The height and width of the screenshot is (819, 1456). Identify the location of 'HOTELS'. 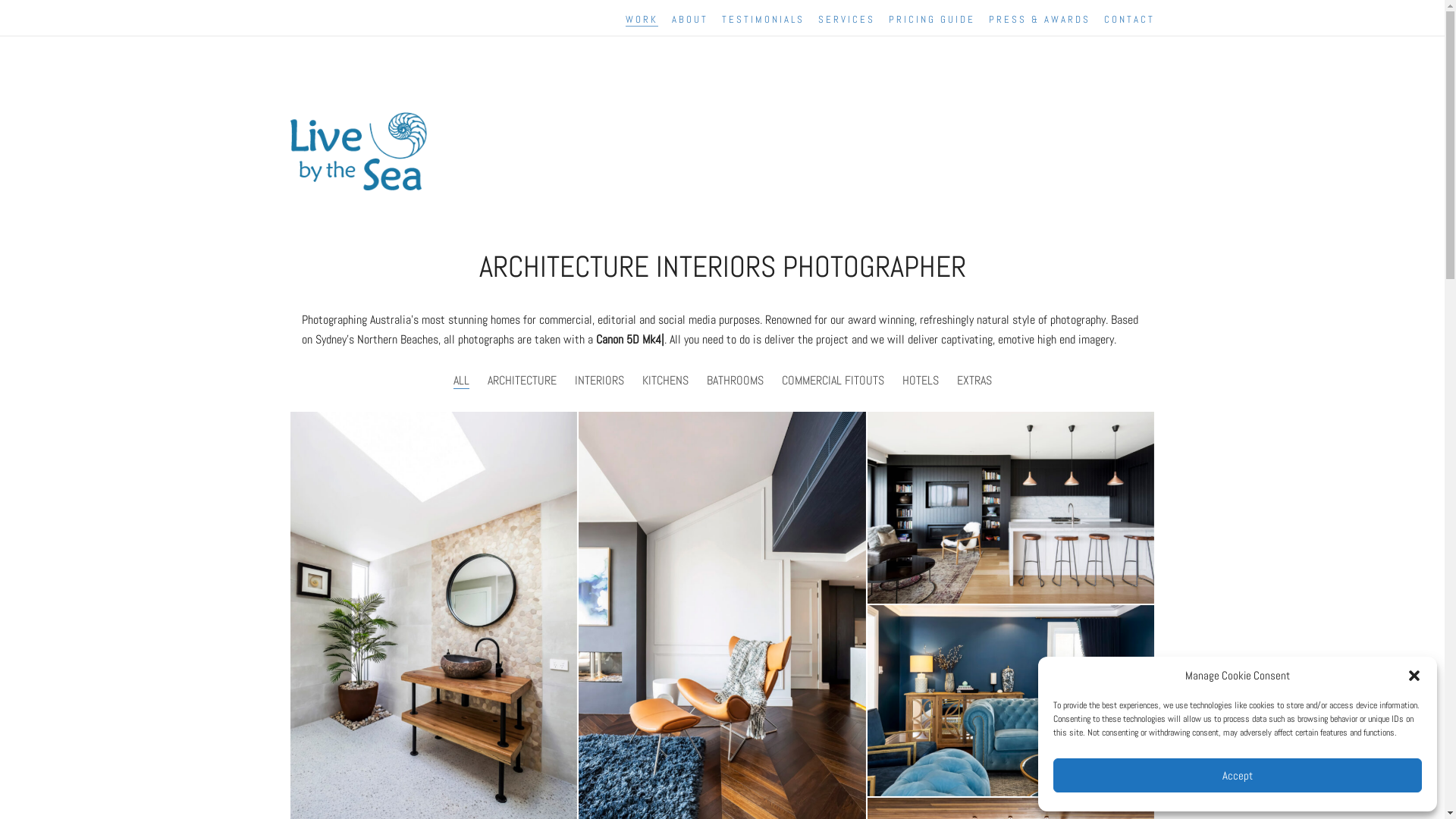
(920, 379).